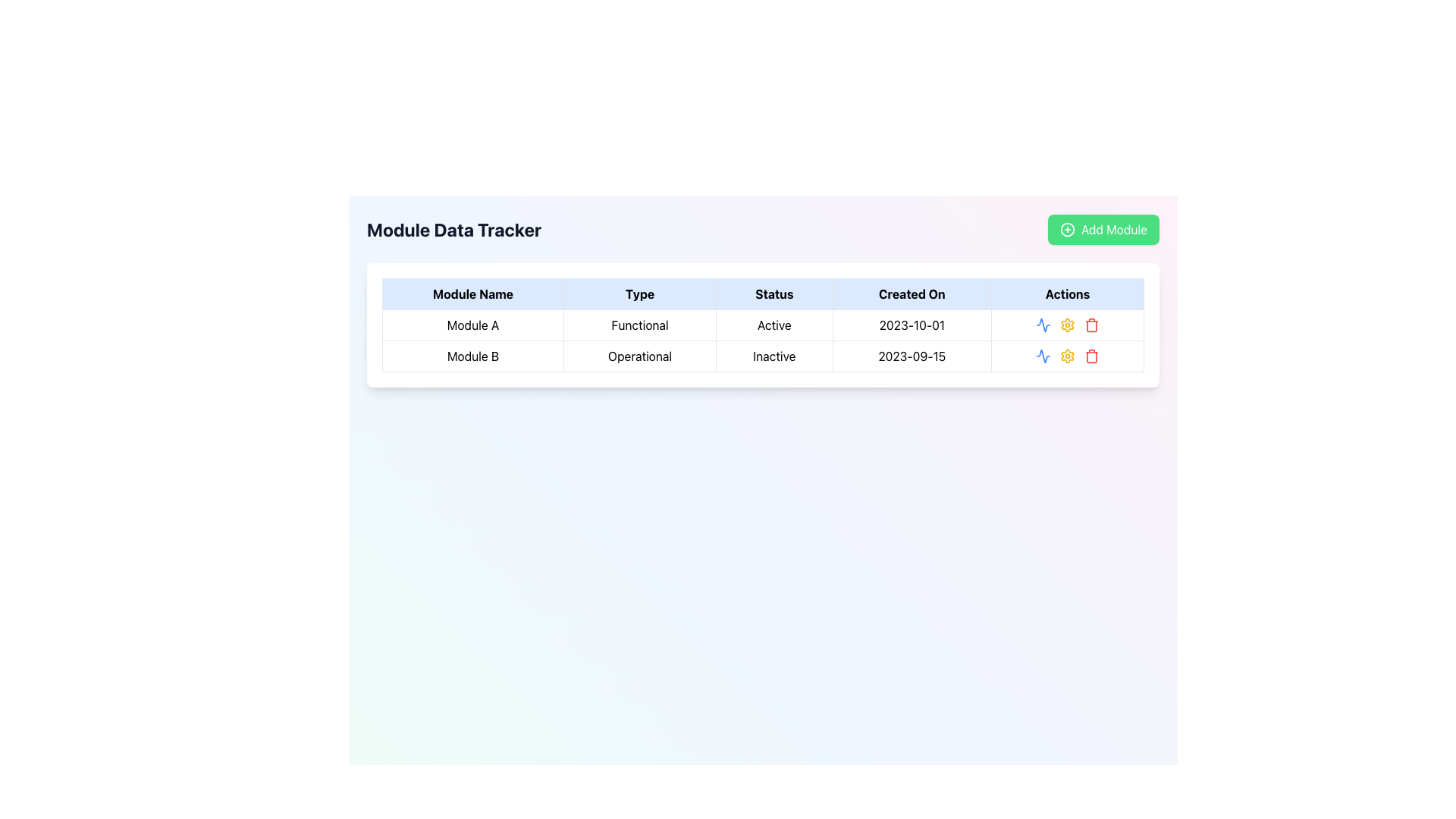  What do you see at coordinates (1066, 294) in the screenshot?
I see `the 'Actions' header text label, which is the fifth item in the header row of a data table, styled with bold black text and a simple border, positioned to the far right adjacent to 'Created On'` at bounding box center [1066, 294].